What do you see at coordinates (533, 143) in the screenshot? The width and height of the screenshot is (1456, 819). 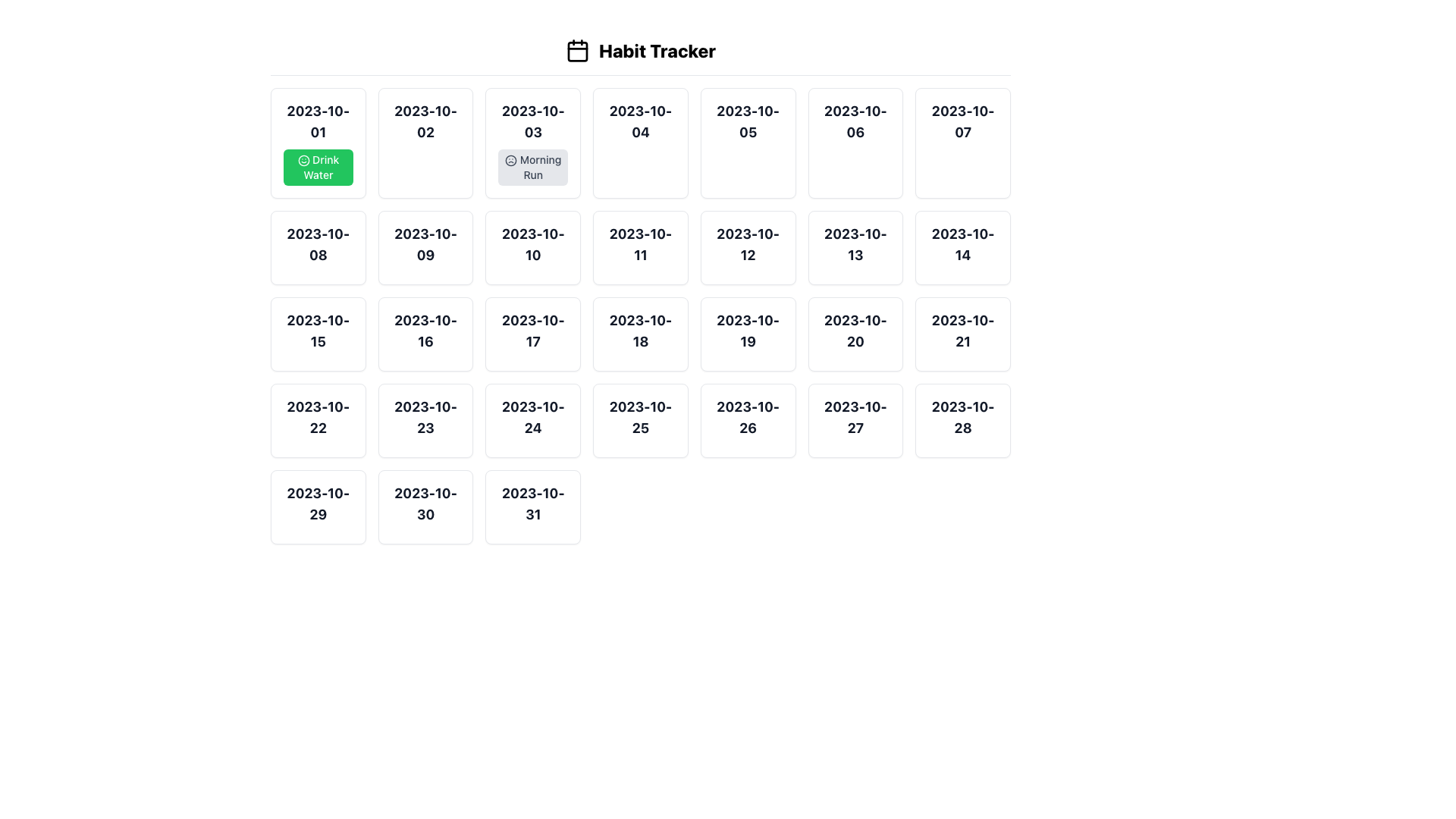 I see `the habit tracking card located in the first row and third column` at bounding box center [533, 143].